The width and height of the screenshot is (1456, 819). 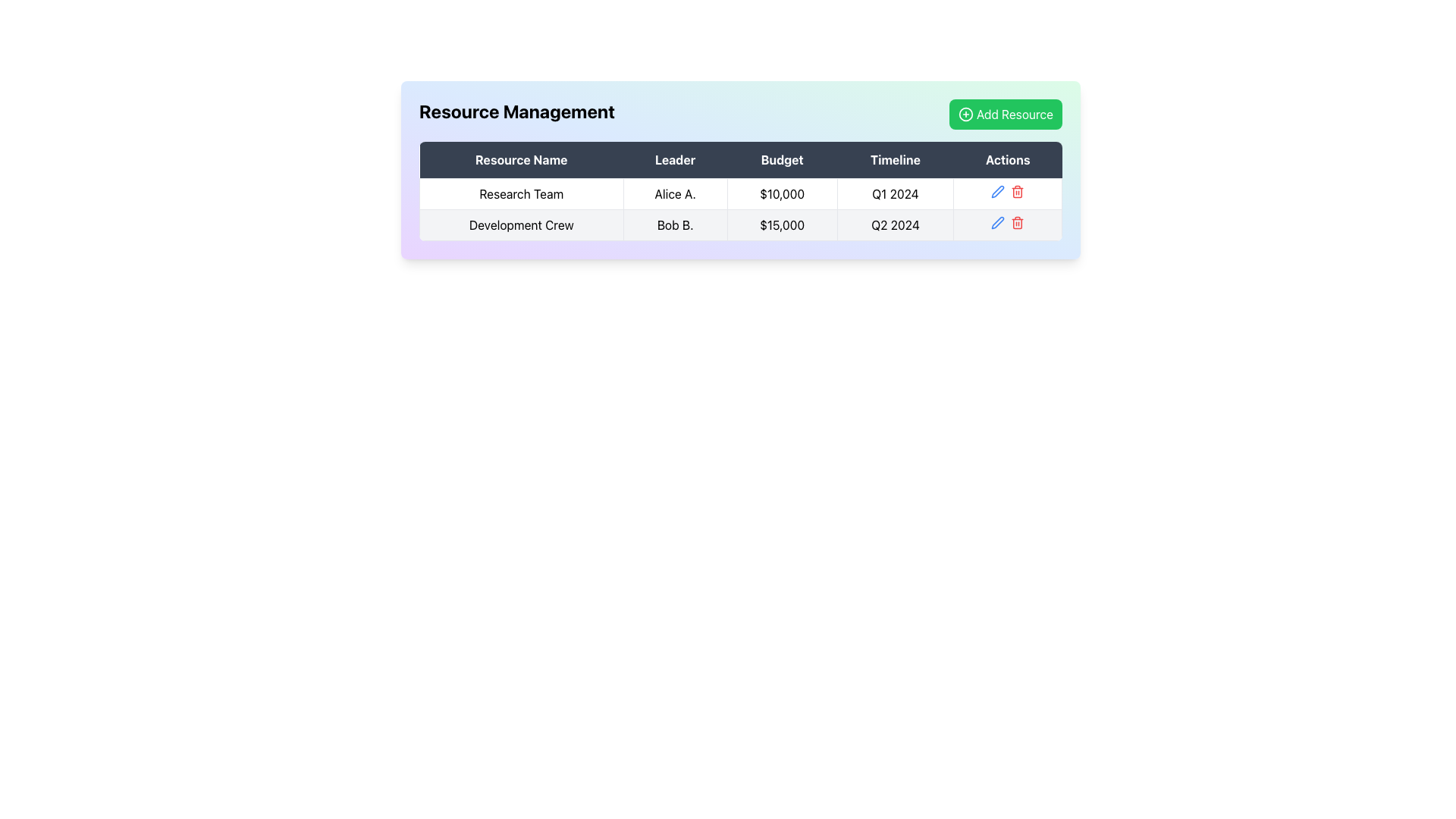 What do you see at coordinates (674, 225) in the screenshot?
I see `the Text Label displaying 'Bob B.' in the second column of the table, which has a light grey background and is centrally aligned` at bounding box center [674, 225].